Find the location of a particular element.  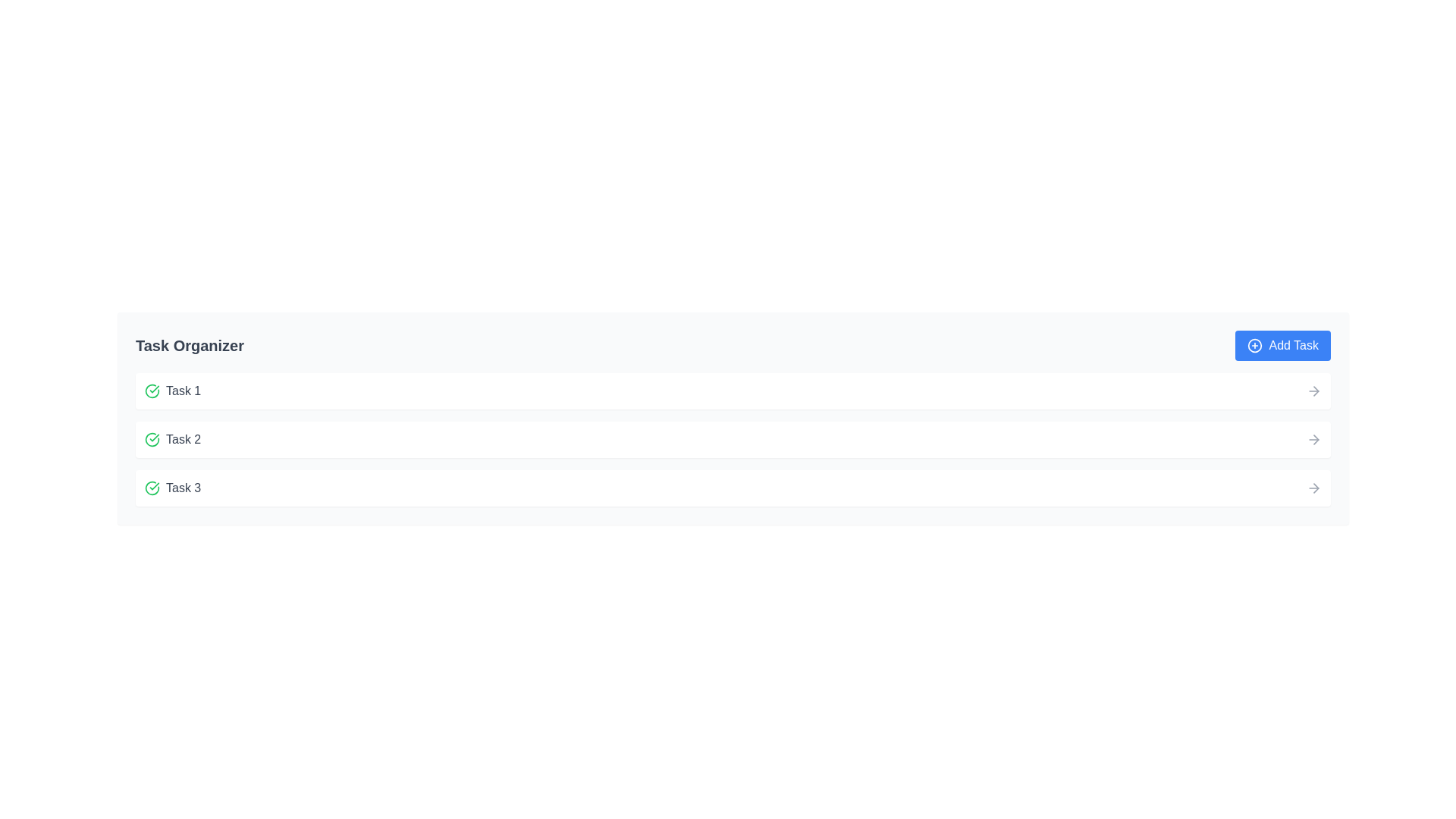

the icon element styled as a graphical marker within the 'Add Task' button, which is positioned is located at coordinates (1255, 345).